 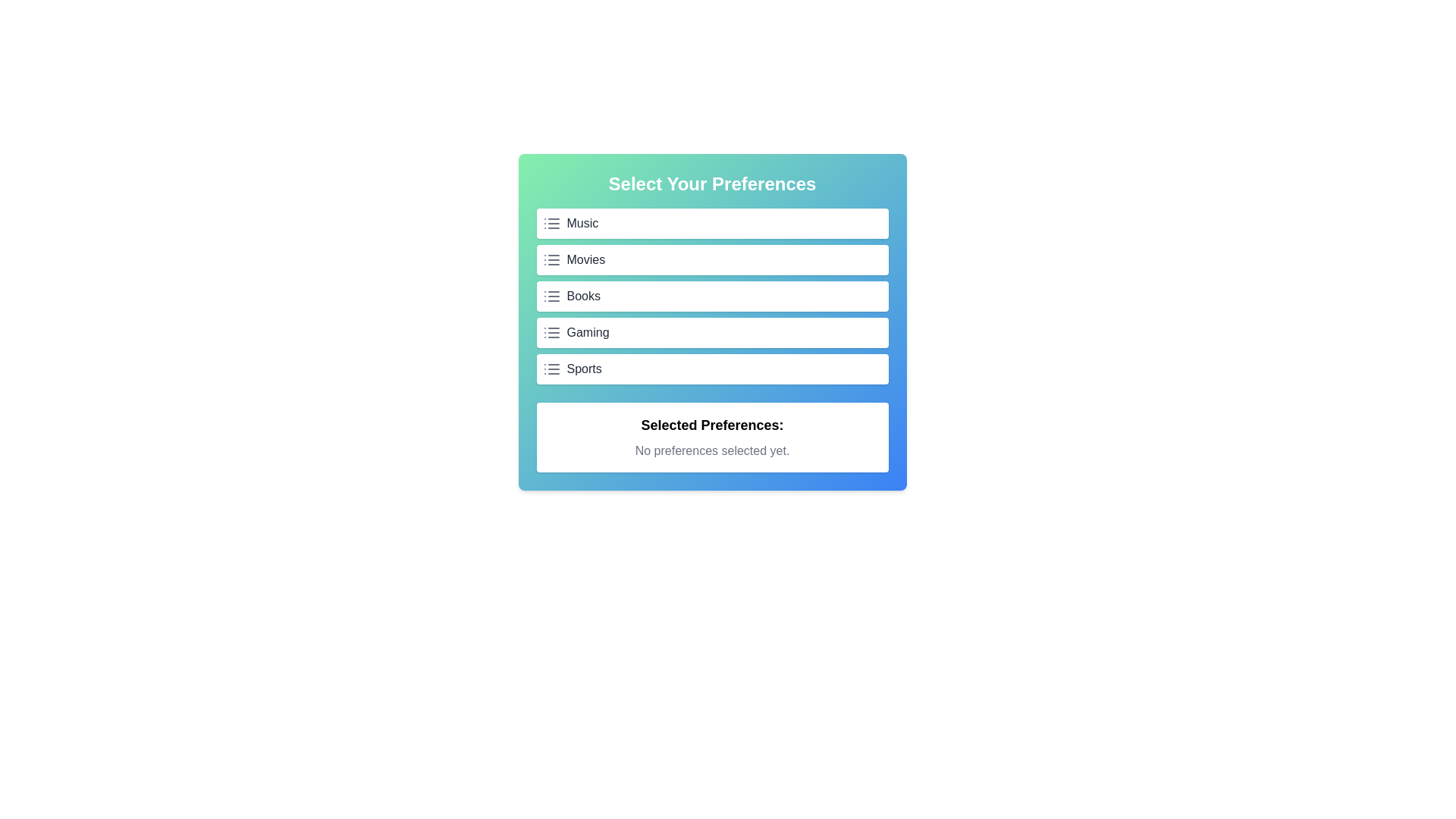 I want to click on the first button in the list labeled 'Music', so click(x=711, y=223).